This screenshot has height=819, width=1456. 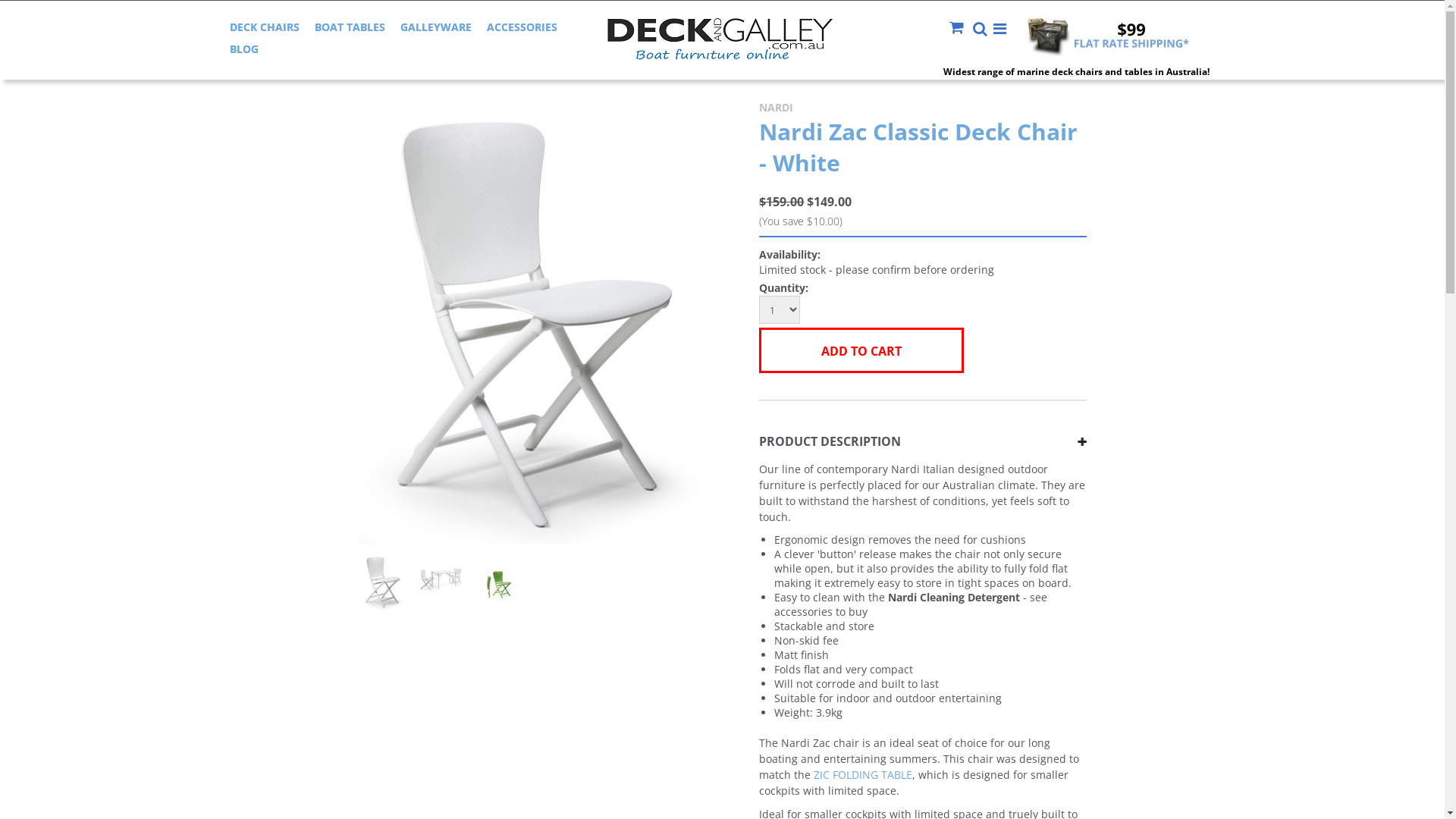 What do you see at coordinates (312, 27) in the screenshot?
I see `'BOAT TABLES'` at bounding box center [312, 27].